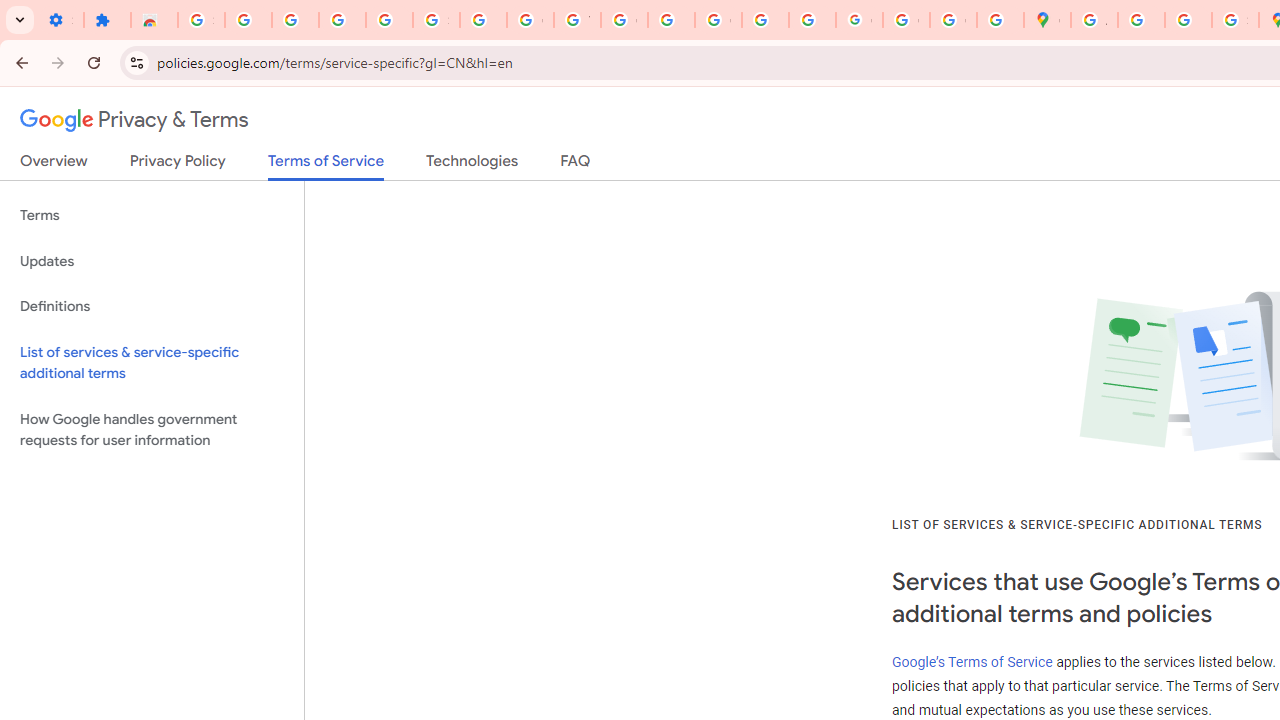 This screenshot has height=720, width=1280. I want to click on 'Safety in Our Products - Google Safety Center', so click(1234, 20).